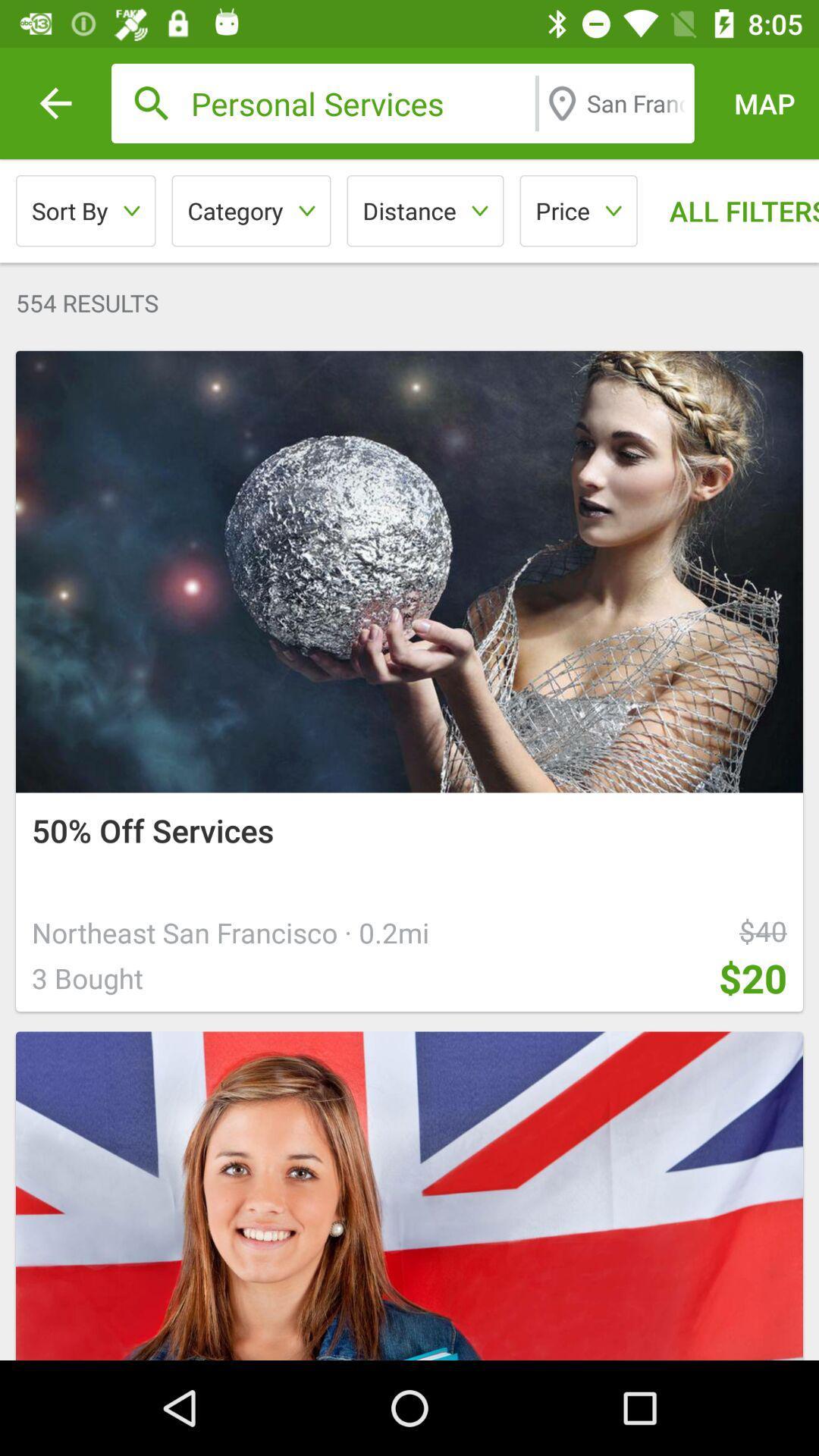 The width and height of the screenshot is (819, 1456). Describe the element at coordinates (250, 210) in the screenshot. I see `item to the right of sort by item` at that location.